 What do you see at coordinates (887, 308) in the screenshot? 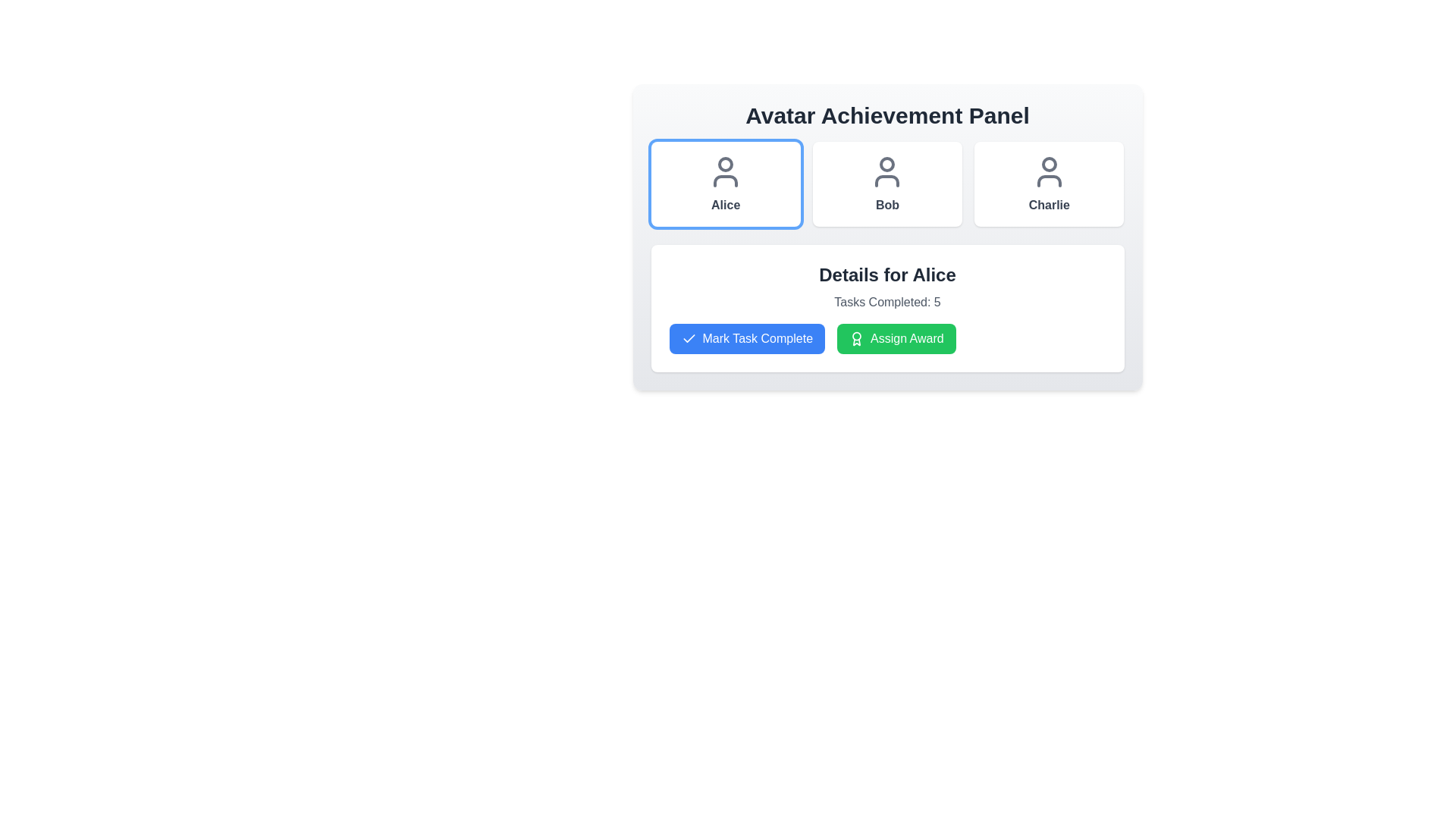
I see `the 'Mark Task Complete' button located within the card titled 'Details for Alice' in the Avatar Achievement Panel` at bounding box center [887, 308].